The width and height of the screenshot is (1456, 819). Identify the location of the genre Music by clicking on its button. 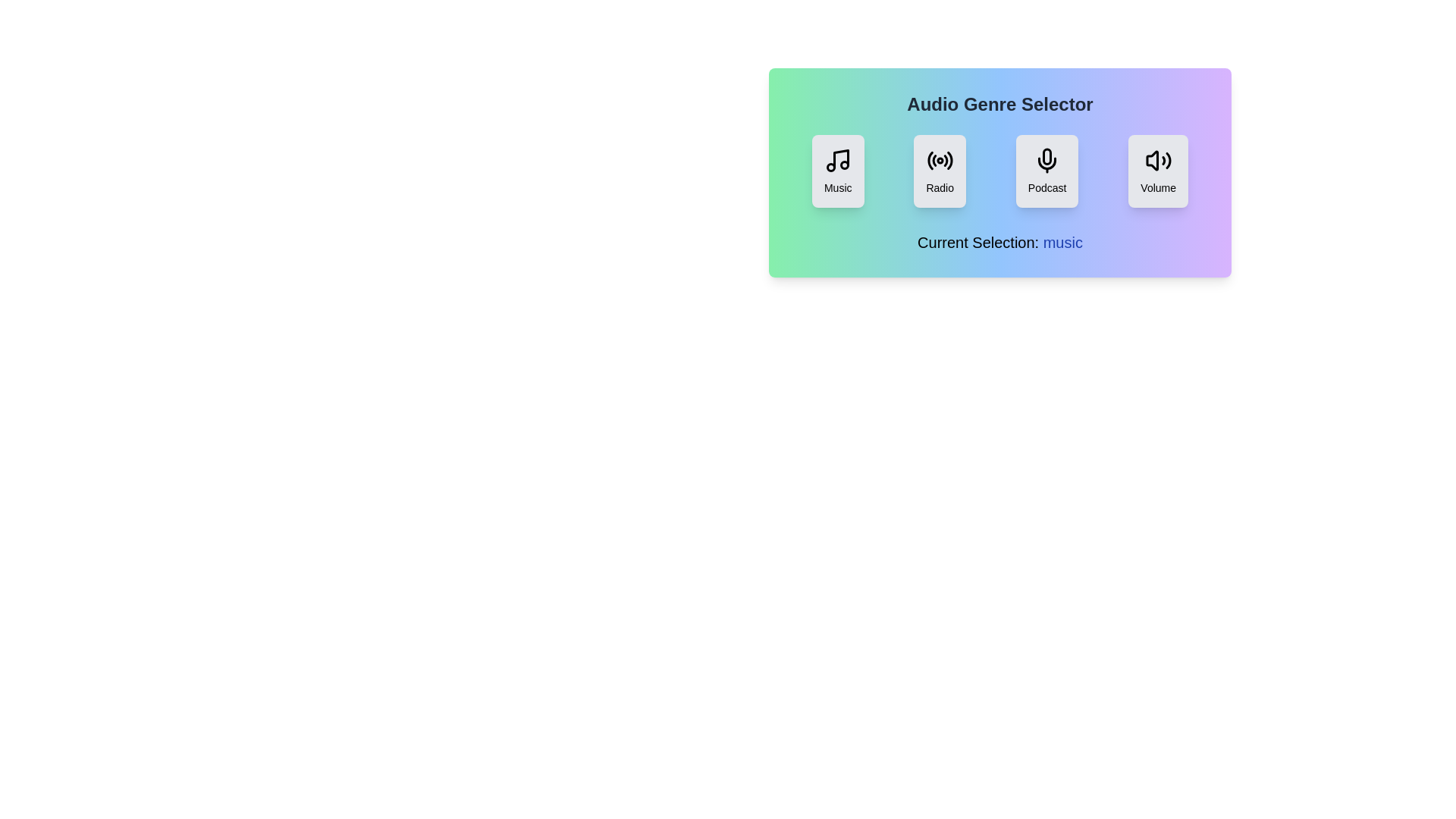
(836, 171).